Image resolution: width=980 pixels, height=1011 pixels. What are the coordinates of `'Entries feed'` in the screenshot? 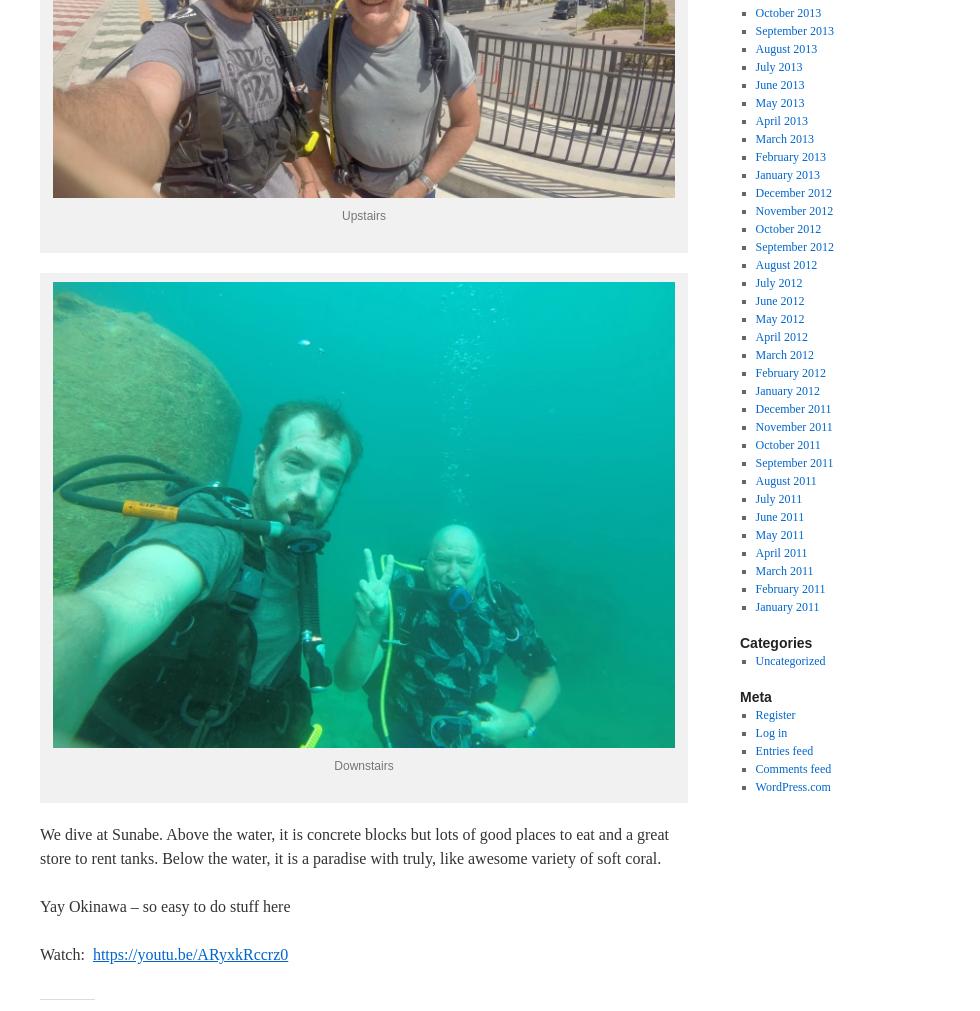 It's located at (754, 748).